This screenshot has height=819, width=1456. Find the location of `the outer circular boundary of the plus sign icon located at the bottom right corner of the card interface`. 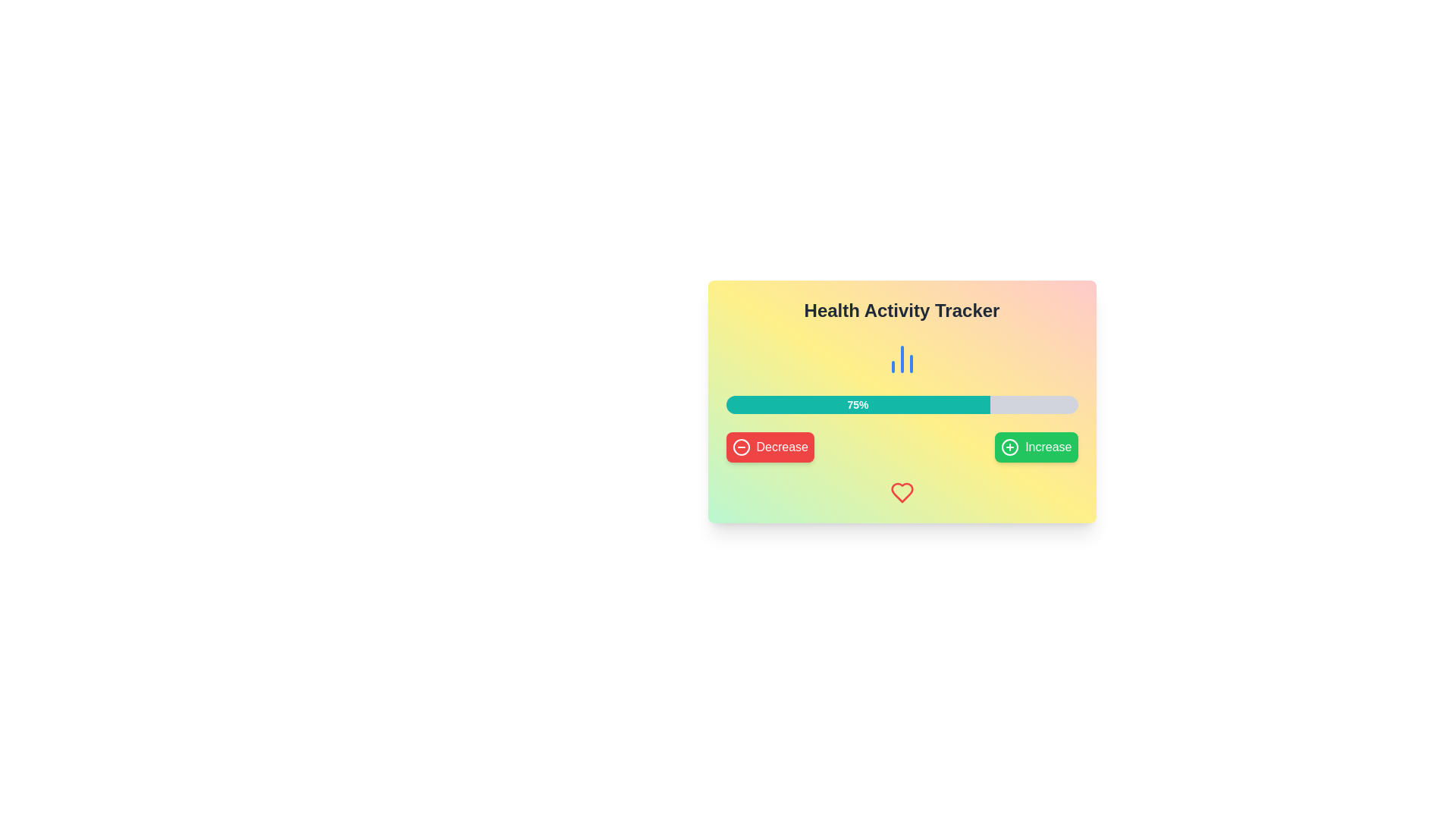

the outer circular boundary of the plus sign icon located at the bottom right corner of the card interface is located at coordinates (1009, 447).